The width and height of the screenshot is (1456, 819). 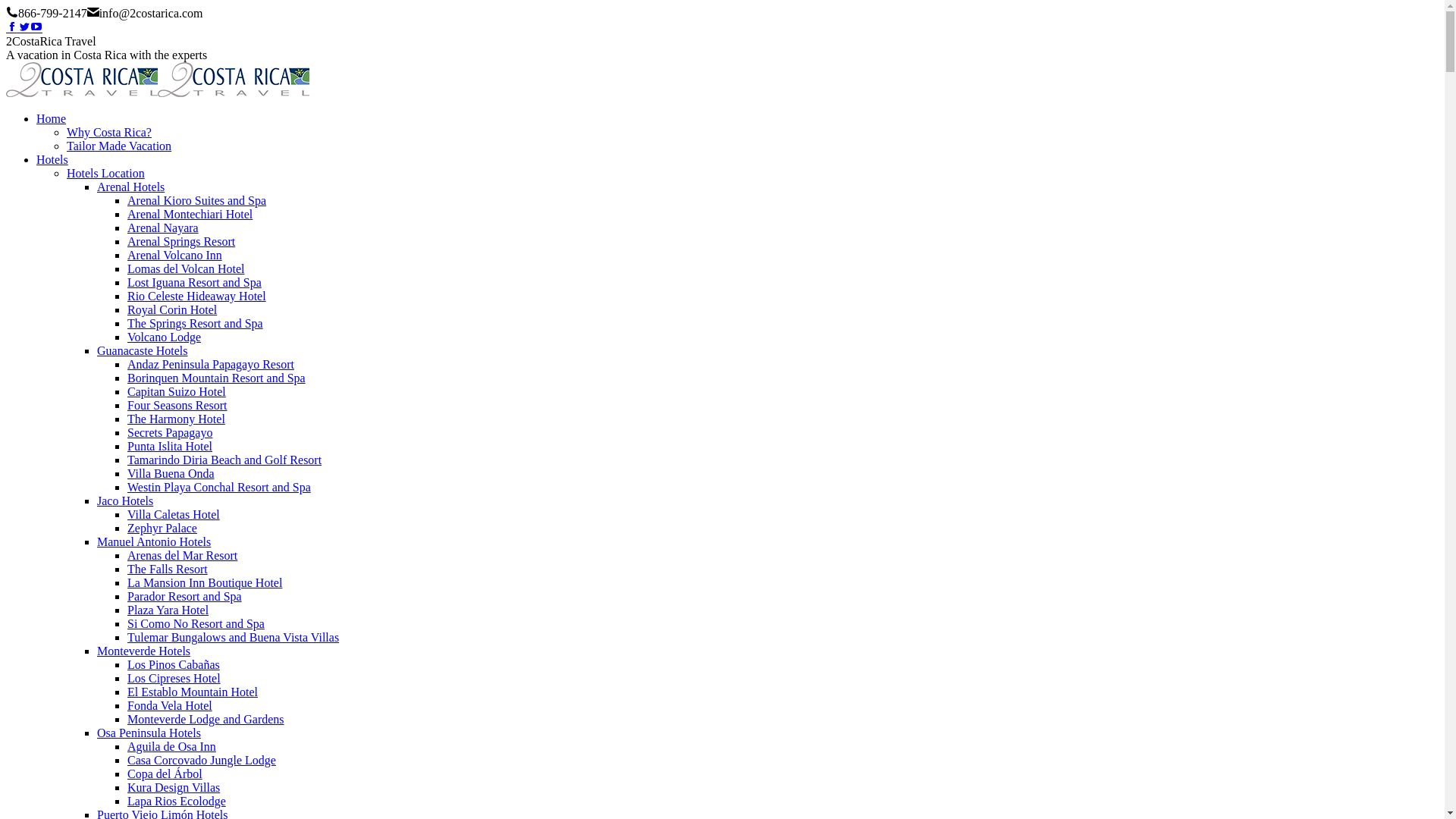 What do you see at coordinates (205, 718) in the screenshot?
I see `'Monteverde Lodge and Gardens'` at bounding box center [205, 718].